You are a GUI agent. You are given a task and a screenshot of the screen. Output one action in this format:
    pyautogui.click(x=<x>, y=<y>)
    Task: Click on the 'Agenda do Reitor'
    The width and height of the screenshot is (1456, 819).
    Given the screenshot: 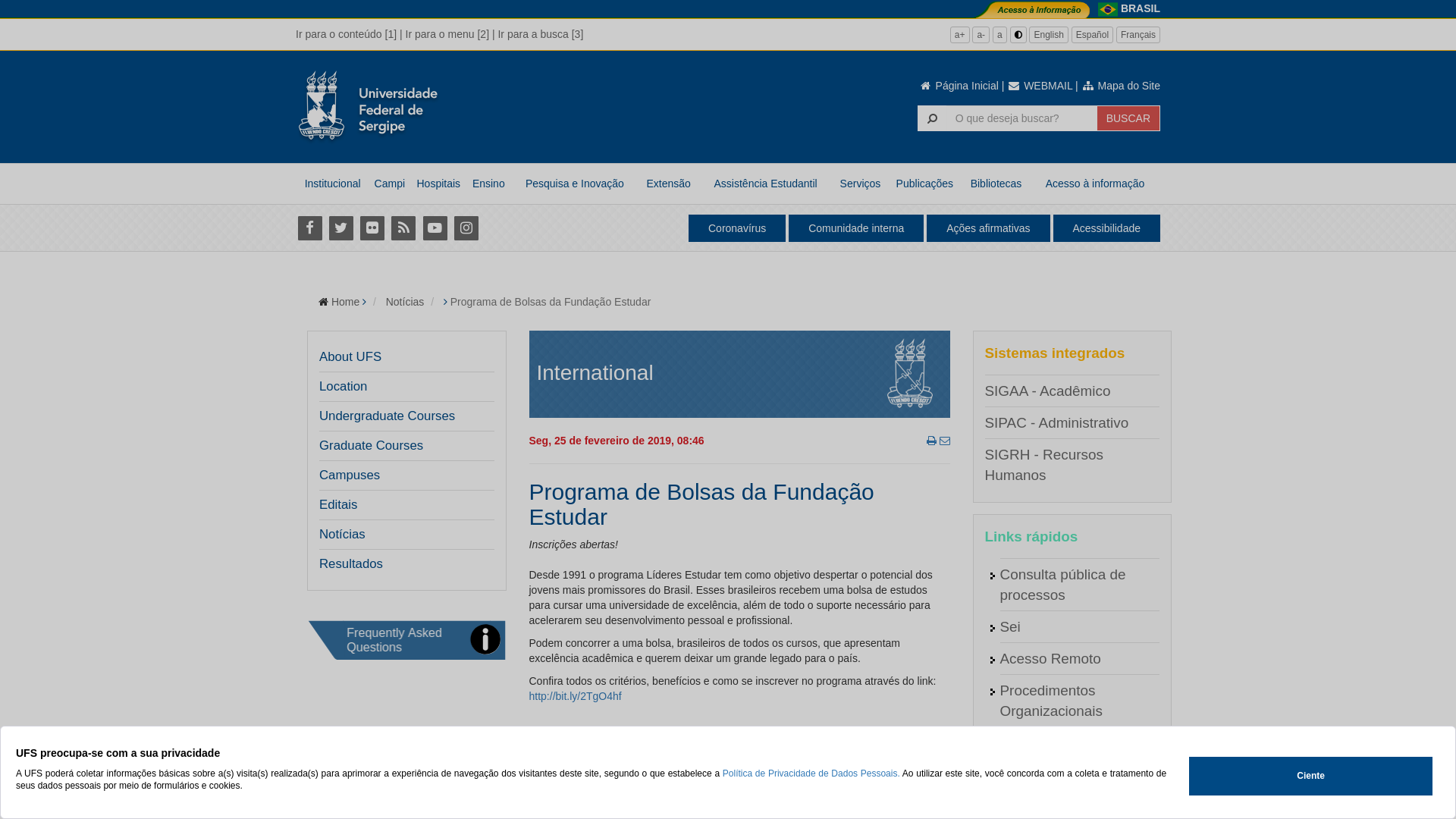 What is the action you would take?
    pyautogui.click(x=1054, y=774)
    